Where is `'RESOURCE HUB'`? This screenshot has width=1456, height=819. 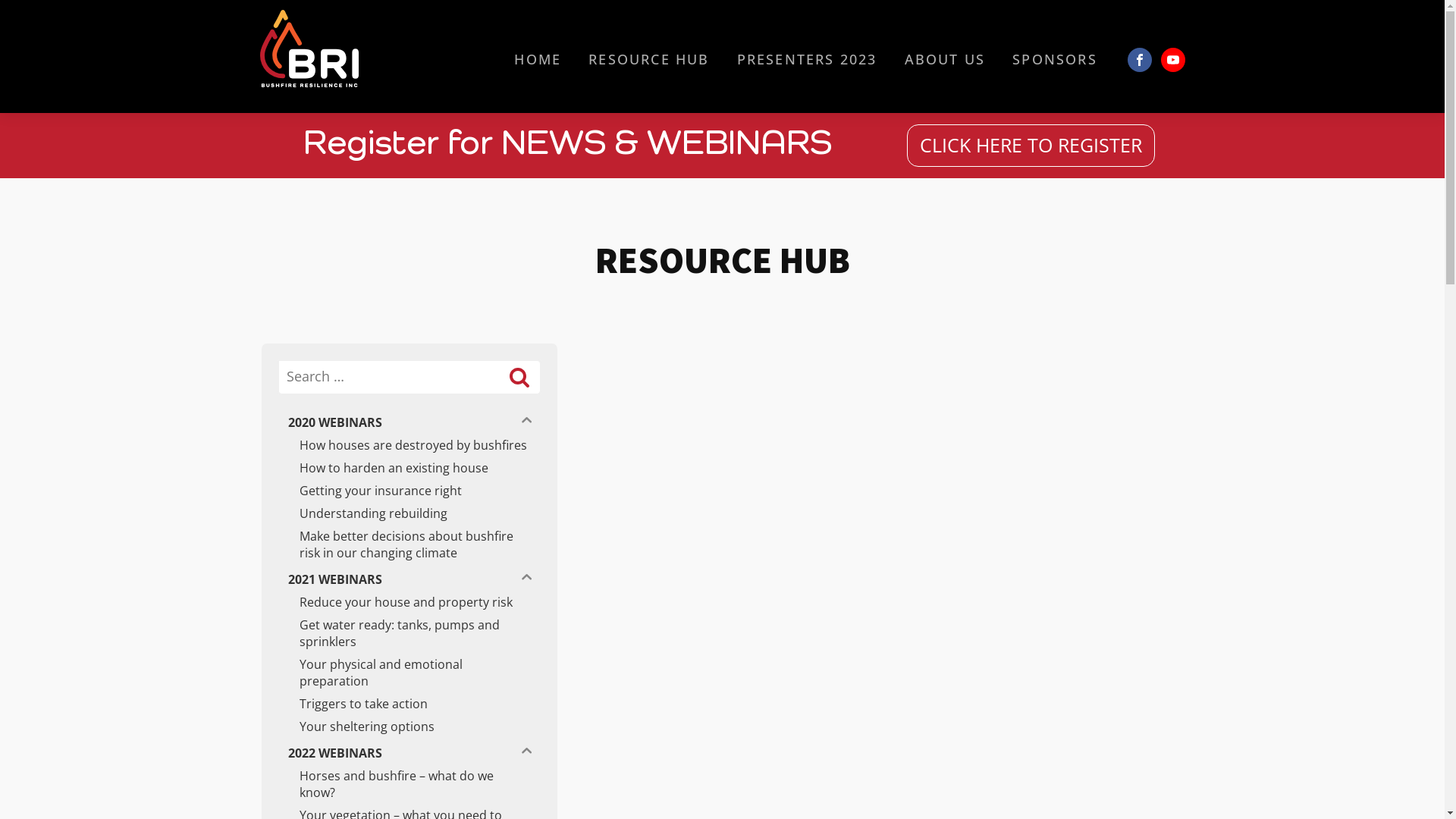
'RESOURCE HUB' is located at coordinates (648, 58).